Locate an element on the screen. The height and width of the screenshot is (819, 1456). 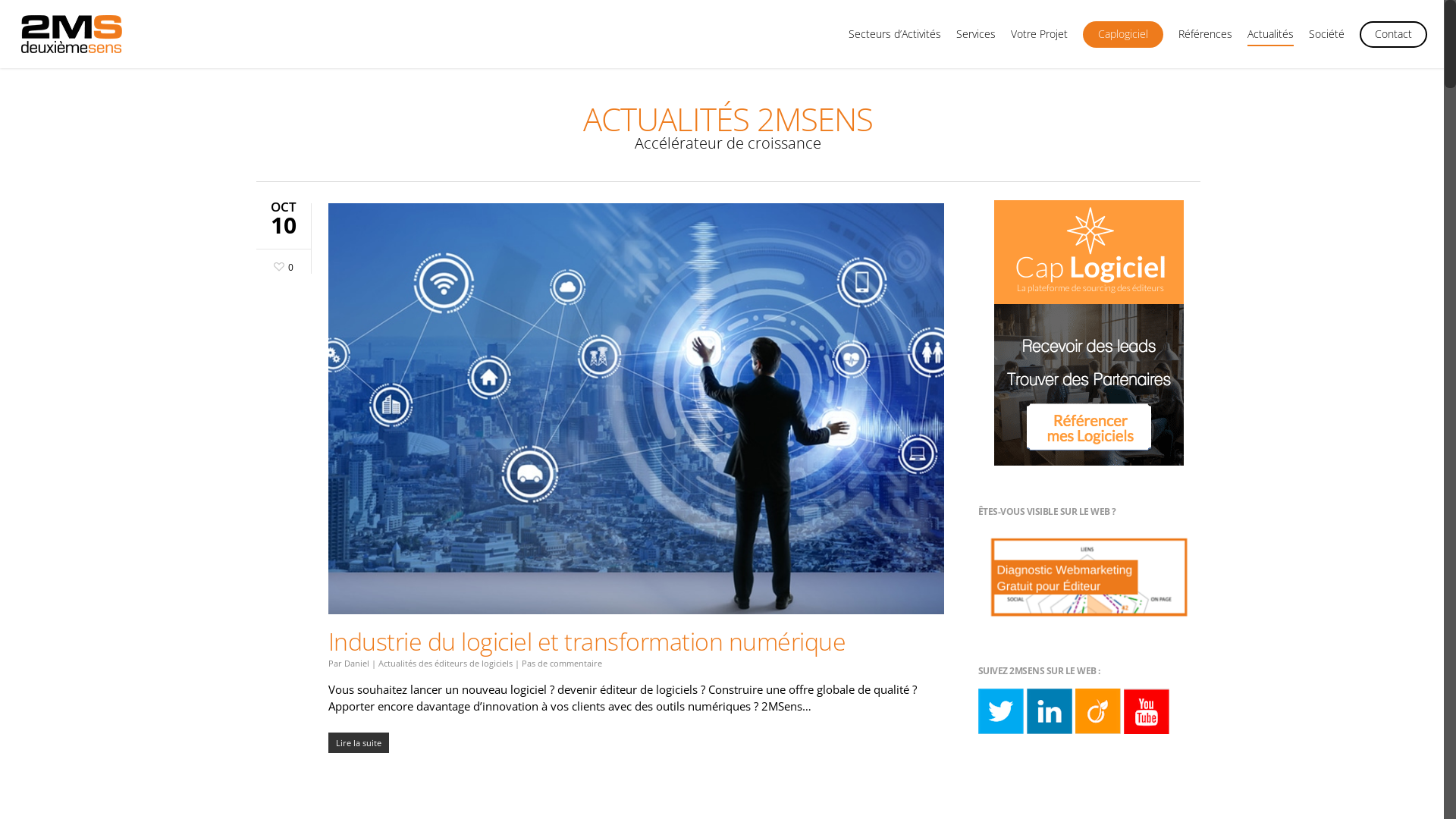
'0' is located at coordinates (281, 264).